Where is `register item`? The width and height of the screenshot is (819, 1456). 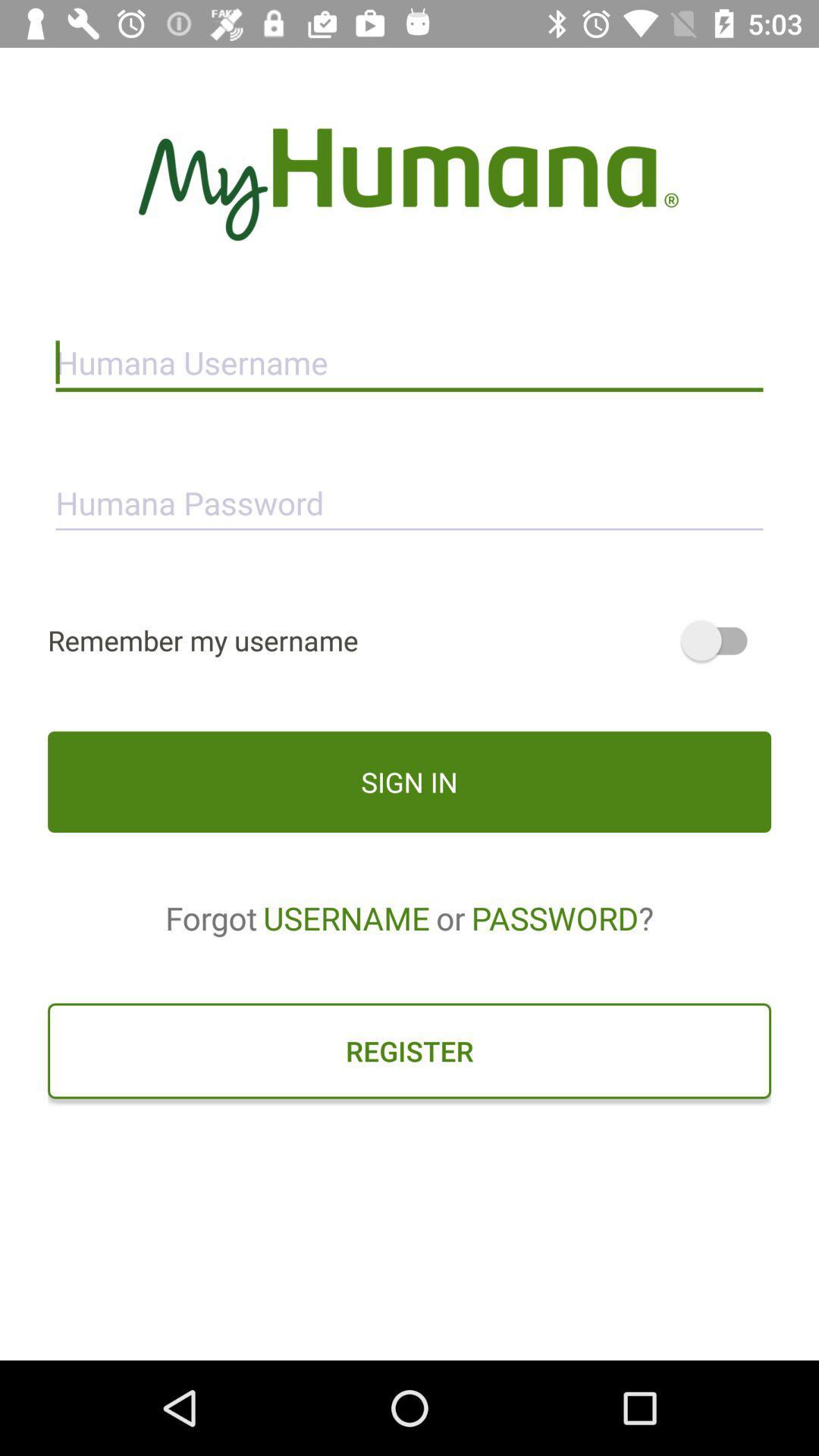 register item is located at coordinates (409, 1050).